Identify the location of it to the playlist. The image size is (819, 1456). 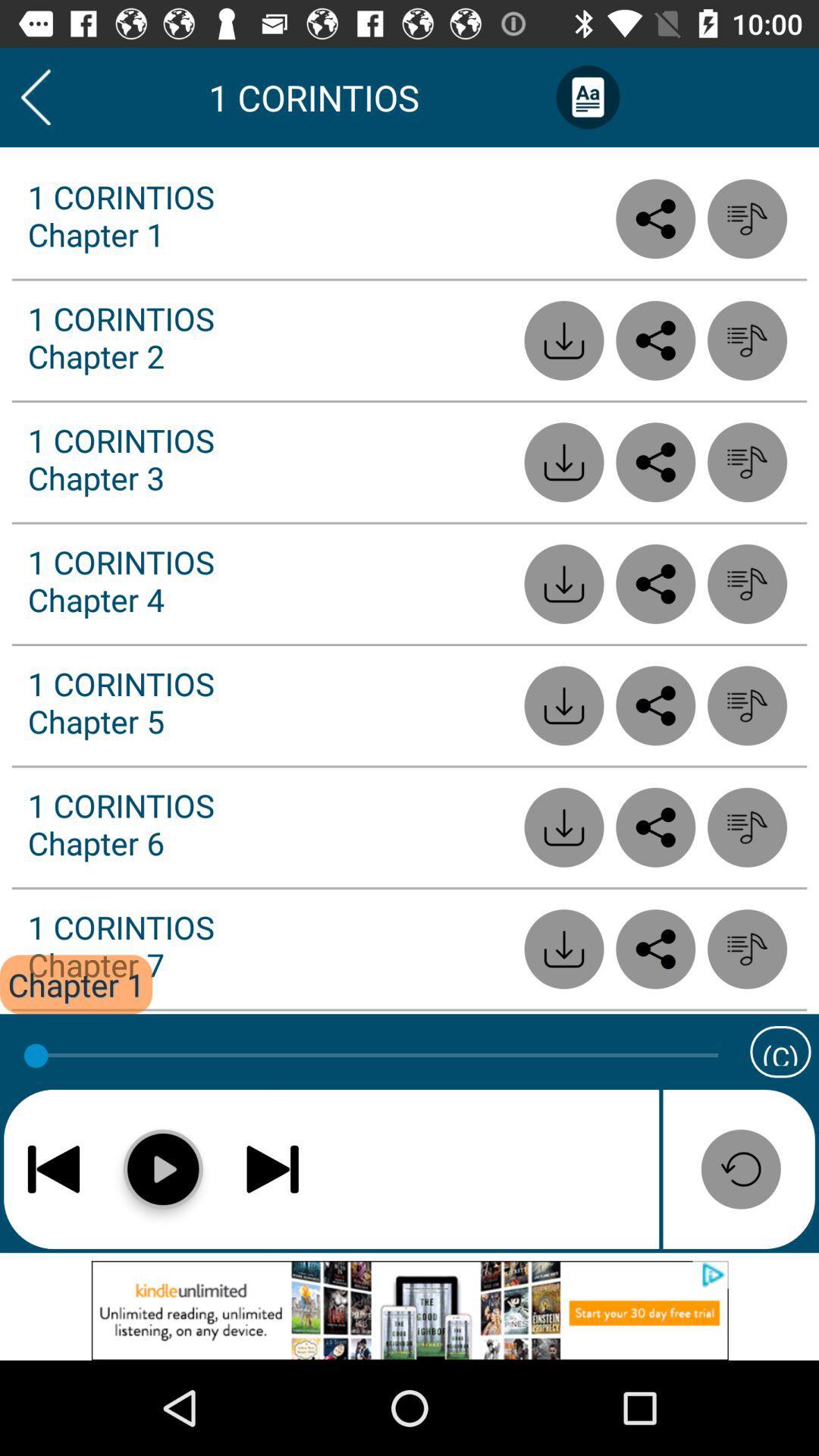
(746, 340).